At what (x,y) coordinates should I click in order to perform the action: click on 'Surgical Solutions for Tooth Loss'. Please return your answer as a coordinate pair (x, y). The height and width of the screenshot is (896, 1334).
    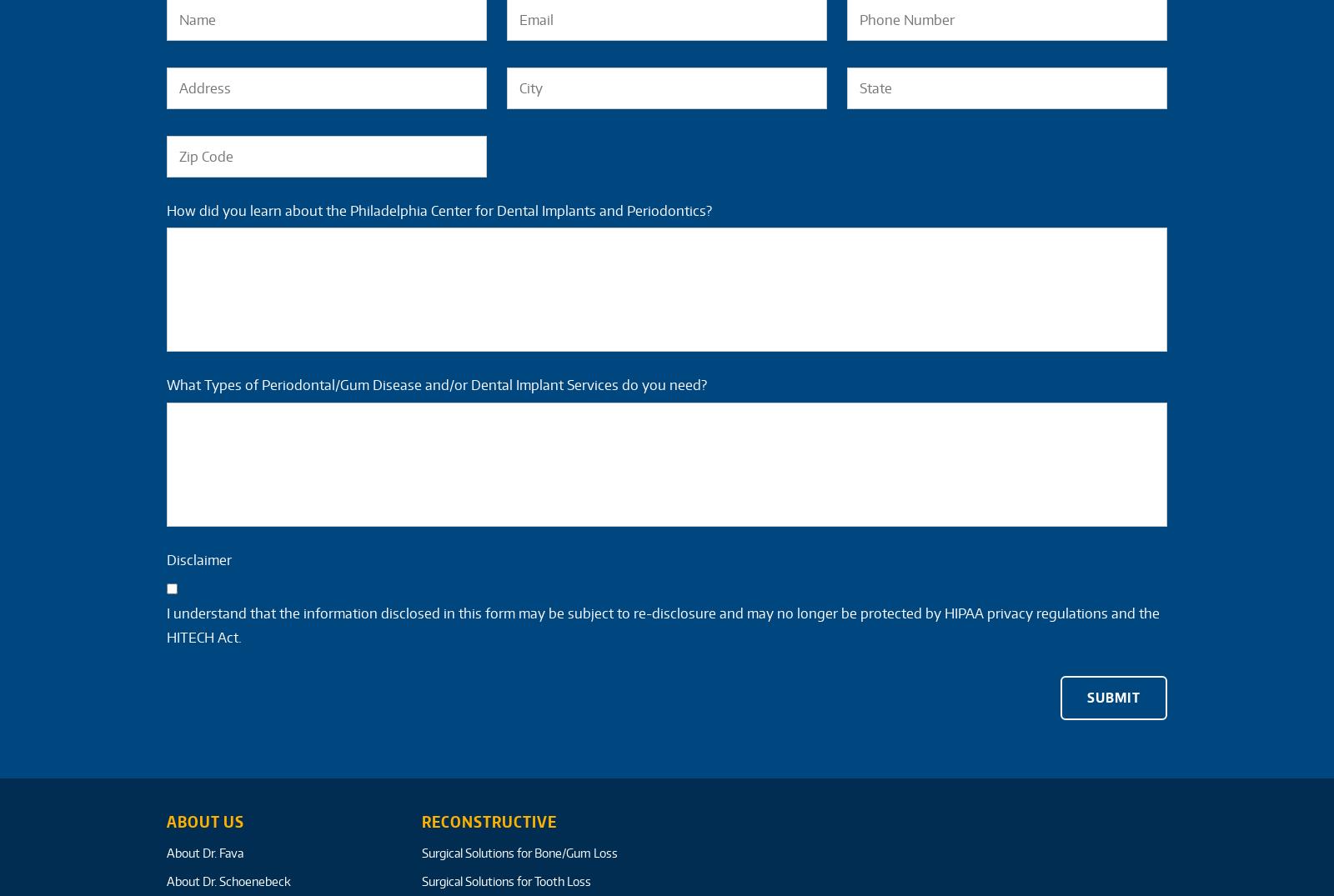
    Looking at the image, I should click on (505, 881).